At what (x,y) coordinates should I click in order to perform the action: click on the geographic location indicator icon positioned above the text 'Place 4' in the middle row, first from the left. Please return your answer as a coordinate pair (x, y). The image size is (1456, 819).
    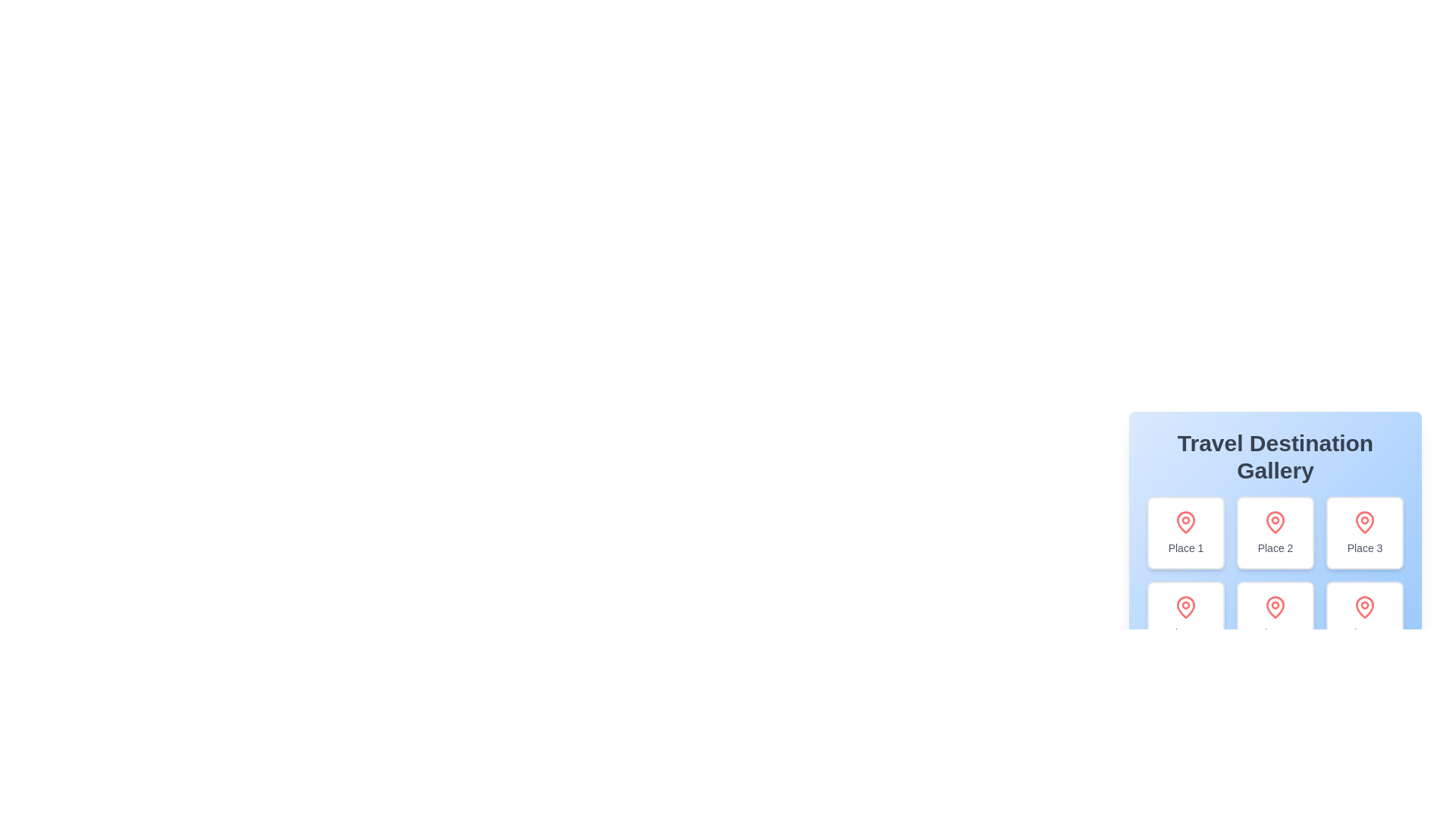
    Looking at the image, I should click on (1185, 607).